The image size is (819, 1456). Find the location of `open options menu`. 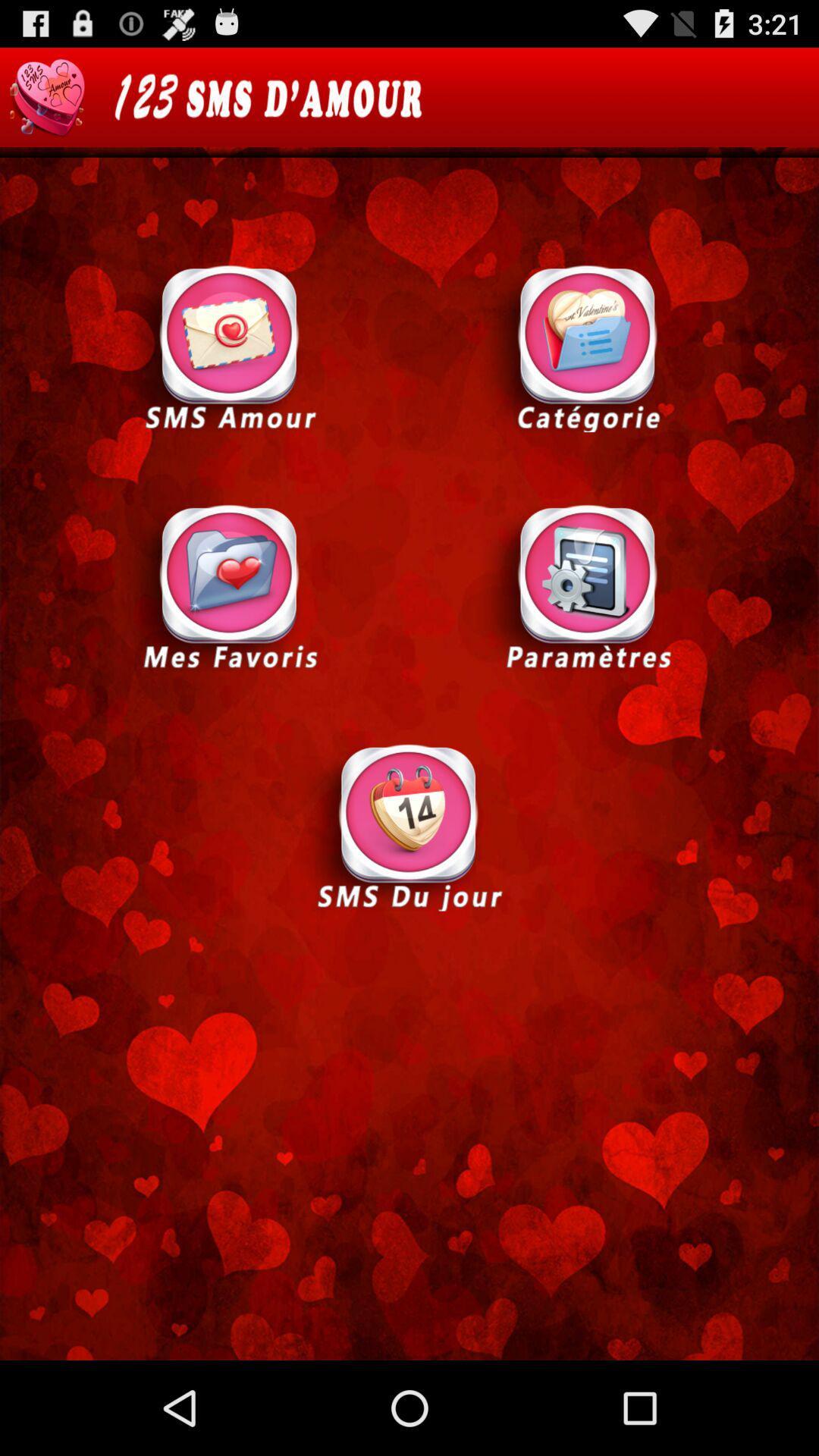

open options menu is located at coordinates (587, 585).